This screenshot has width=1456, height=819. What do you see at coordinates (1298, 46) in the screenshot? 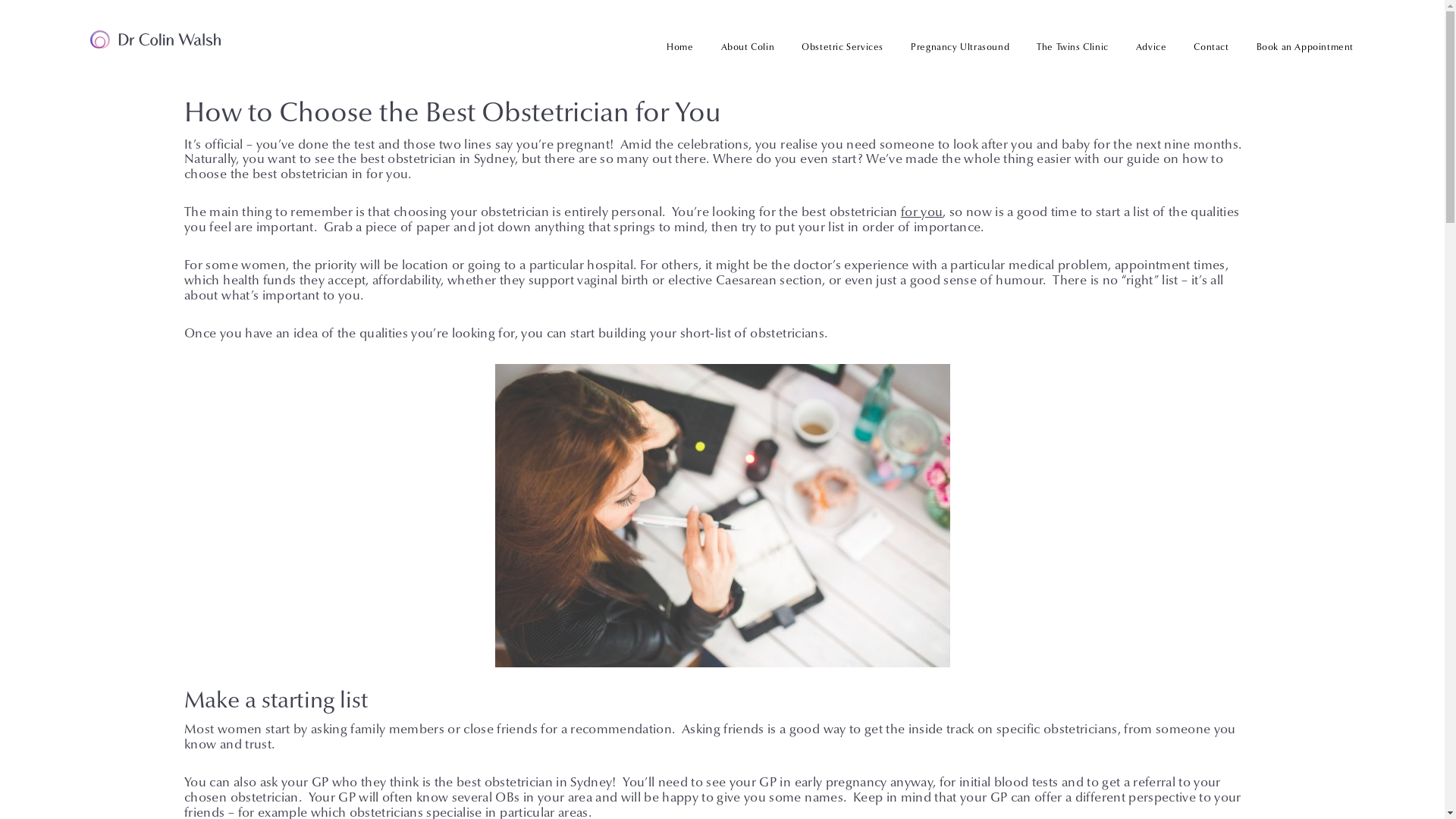
I see `'Book an Appointment'` at bounding box center [1298, 46].